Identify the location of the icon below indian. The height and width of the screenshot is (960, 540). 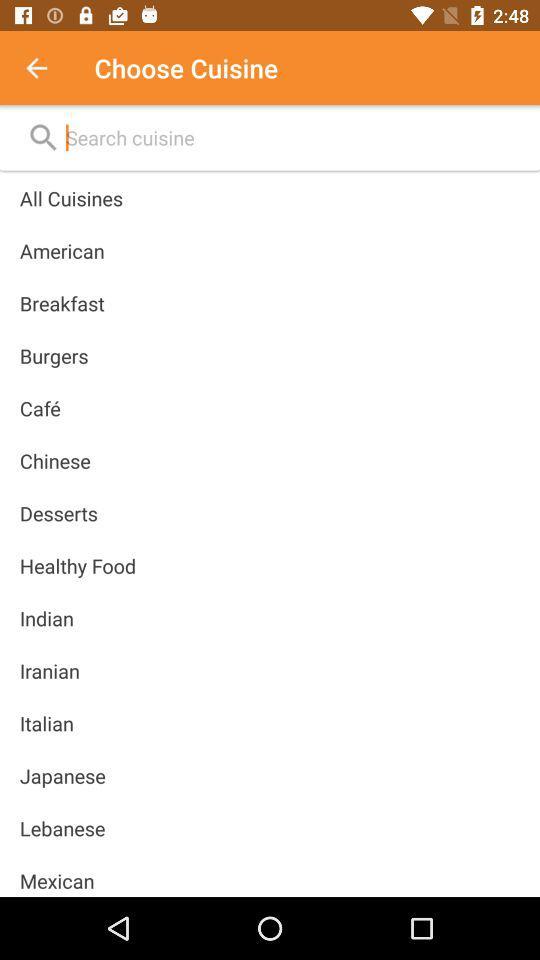
(49, 671).